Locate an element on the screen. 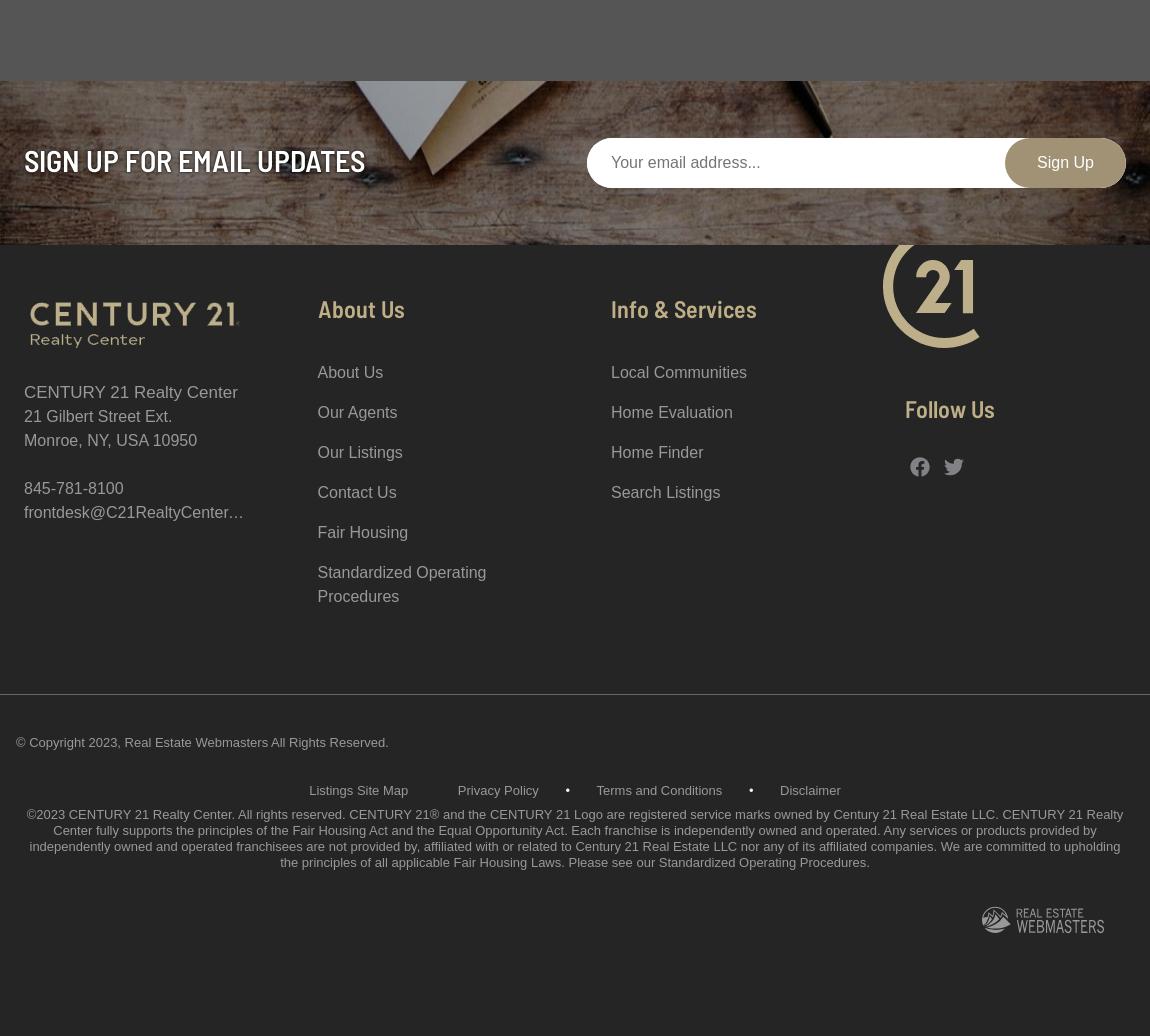 Image resolution: width=1150 pixels, height=1036 pixels. 'Listings Site Map' is located at coordinates (309, 790).